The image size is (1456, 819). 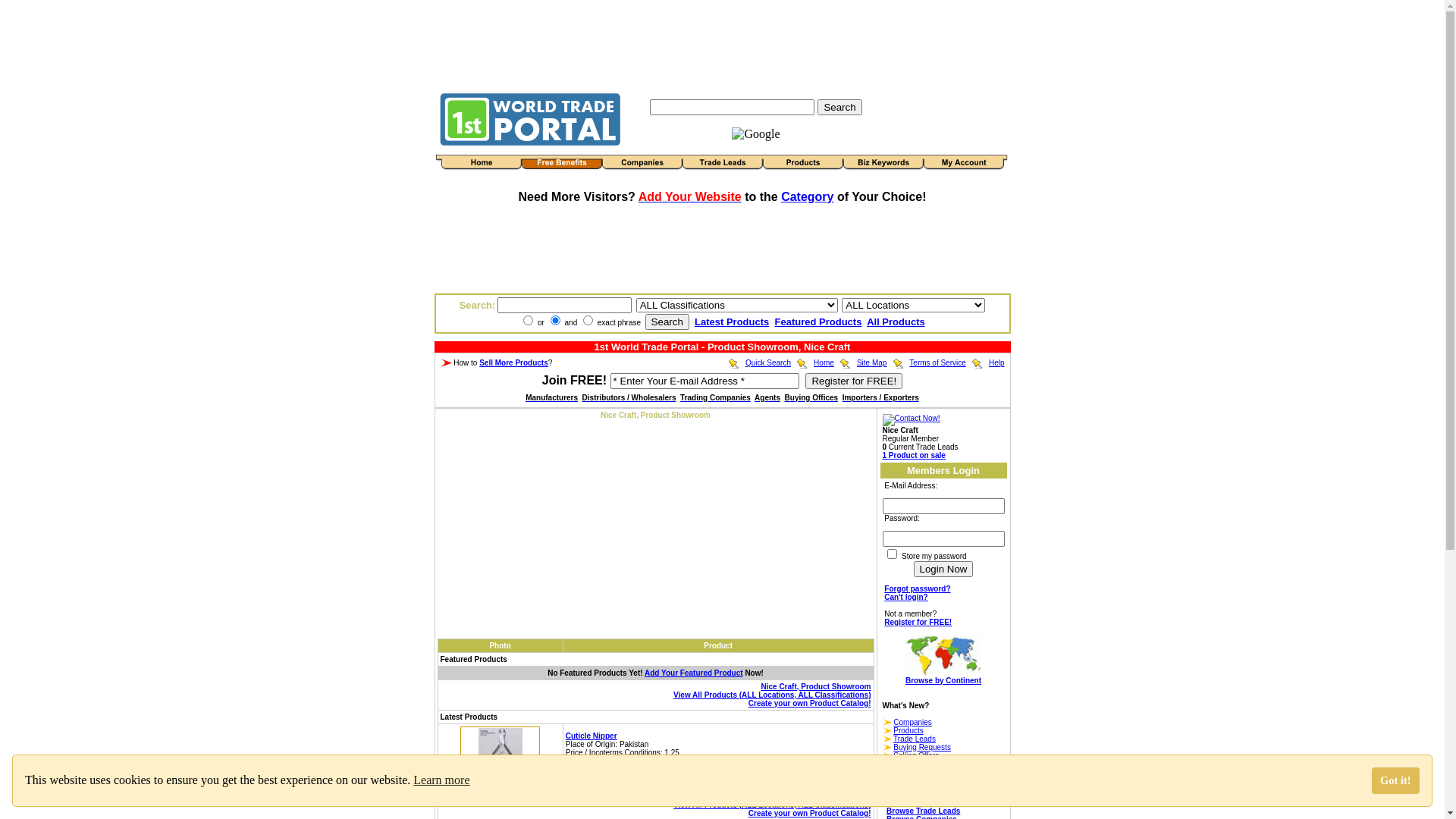 I want to click on 'Manufacturers', so click(x=551, y=397).